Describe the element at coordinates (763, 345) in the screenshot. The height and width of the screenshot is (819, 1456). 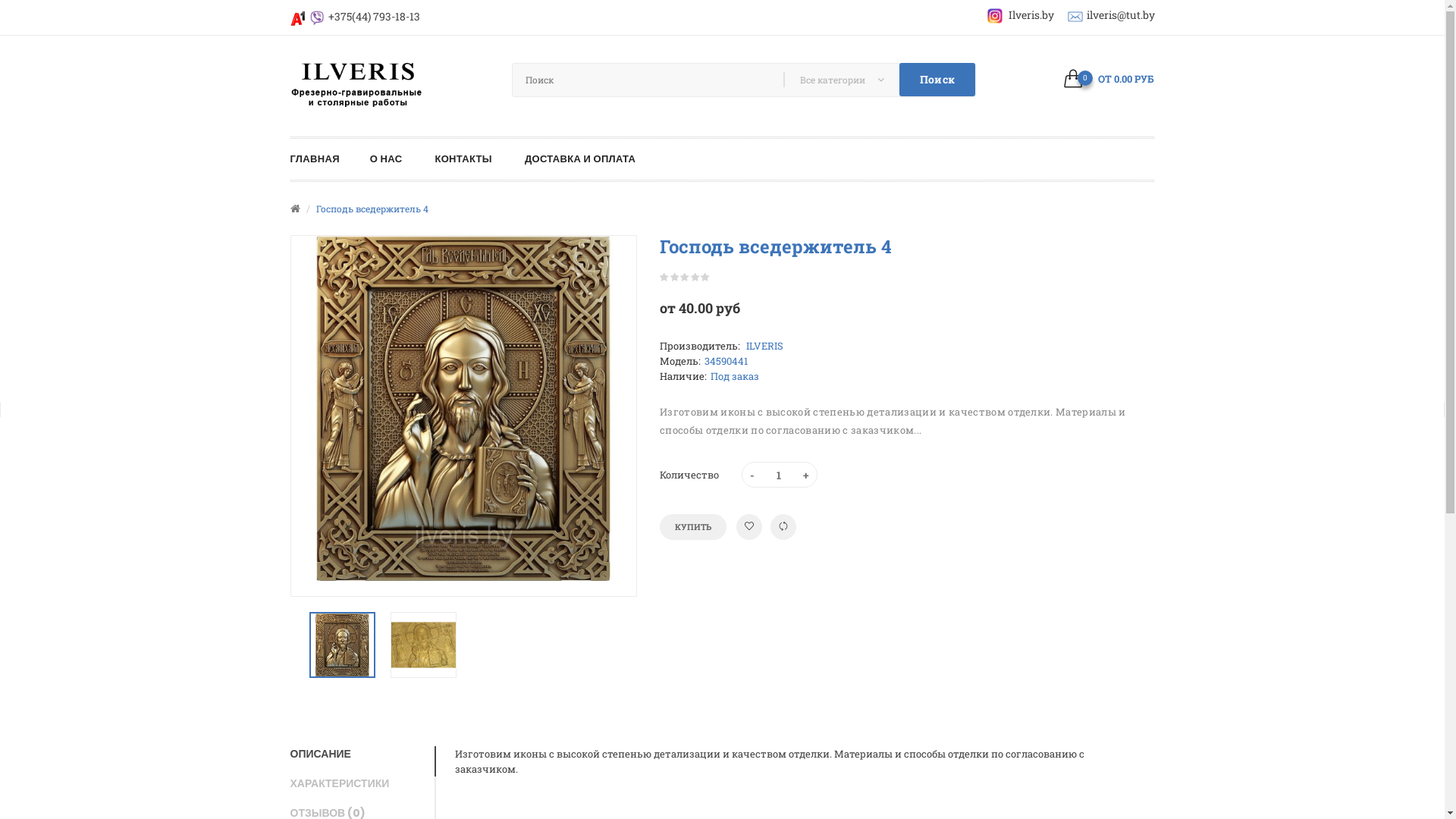
I see `'ILVERIS'` at that location.